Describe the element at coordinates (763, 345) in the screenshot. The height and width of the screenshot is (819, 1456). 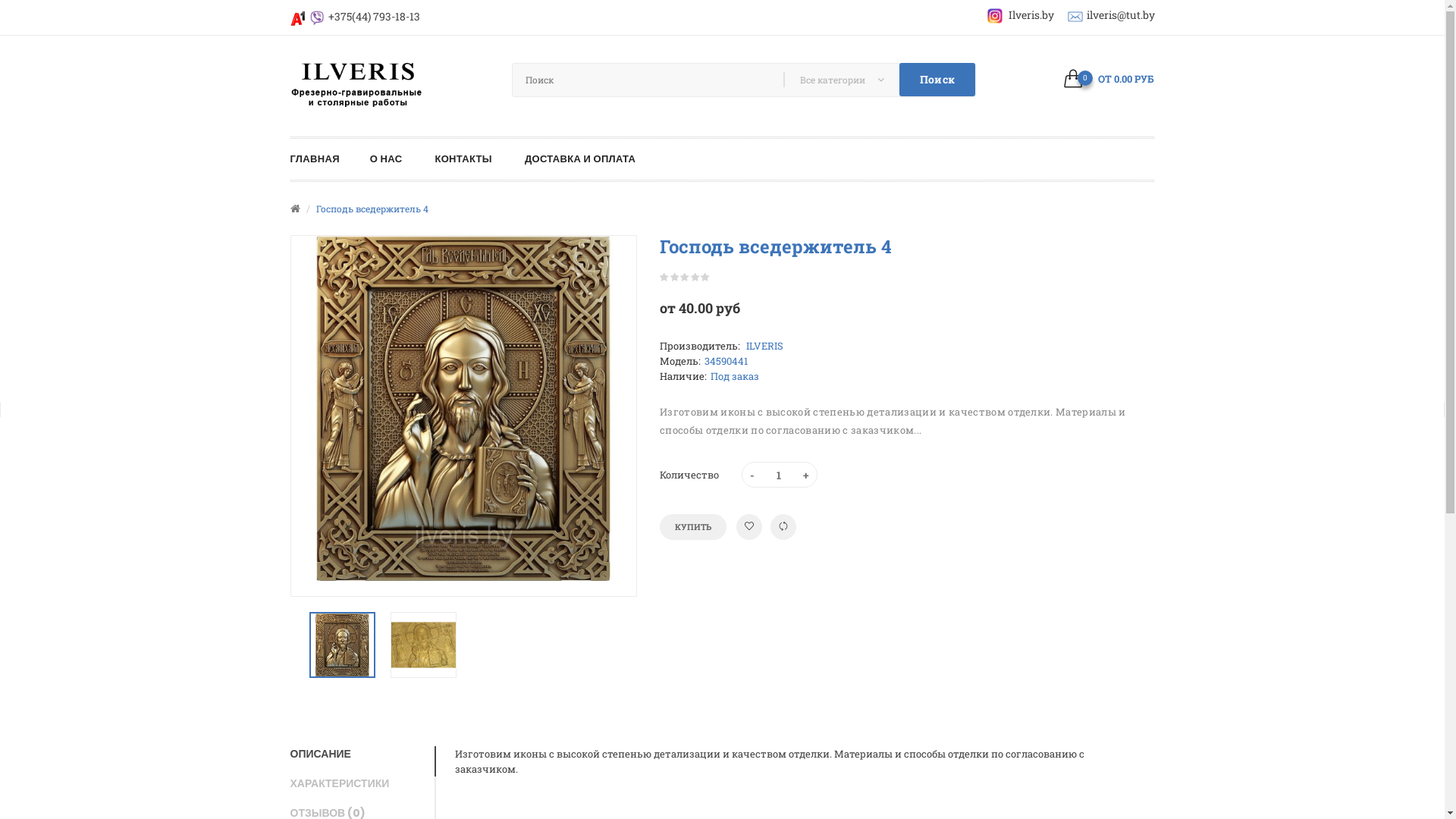
I see `'ILVERIS'` at that location.